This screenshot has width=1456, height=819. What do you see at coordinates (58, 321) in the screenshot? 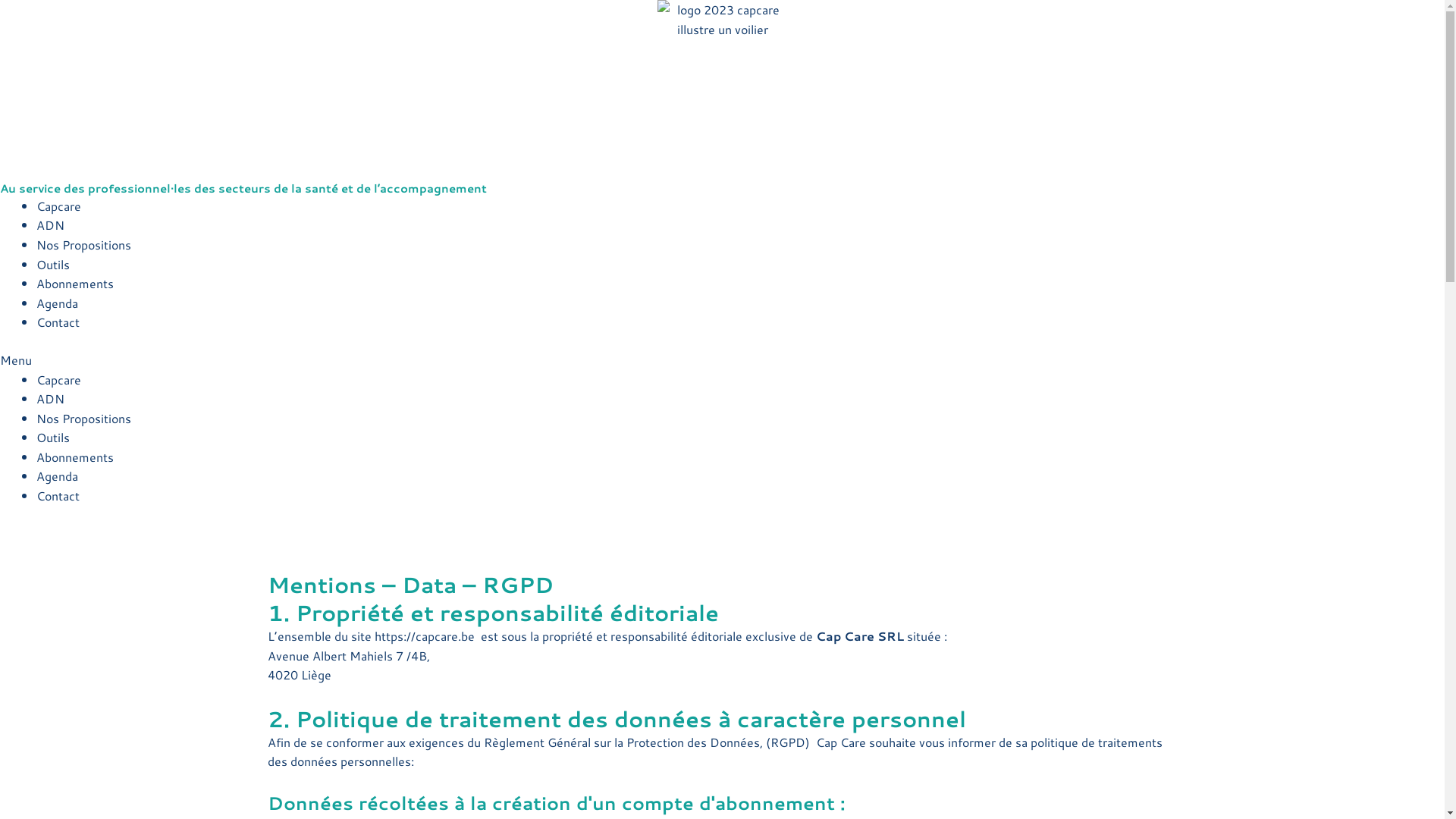
I see `'Contact'` at bounding box center [58, 321].